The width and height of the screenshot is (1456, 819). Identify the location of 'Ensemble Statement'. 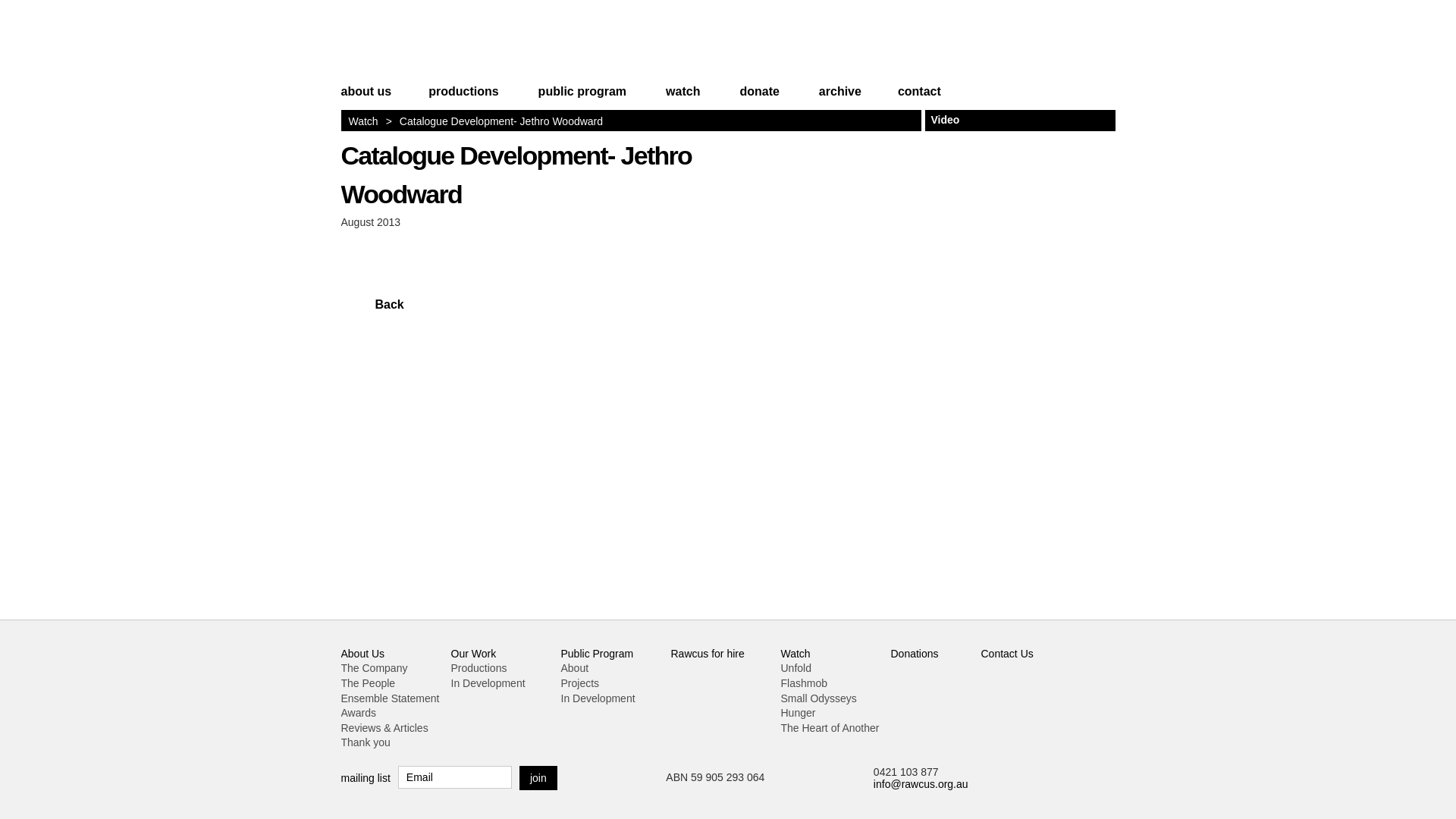
(390, 698).